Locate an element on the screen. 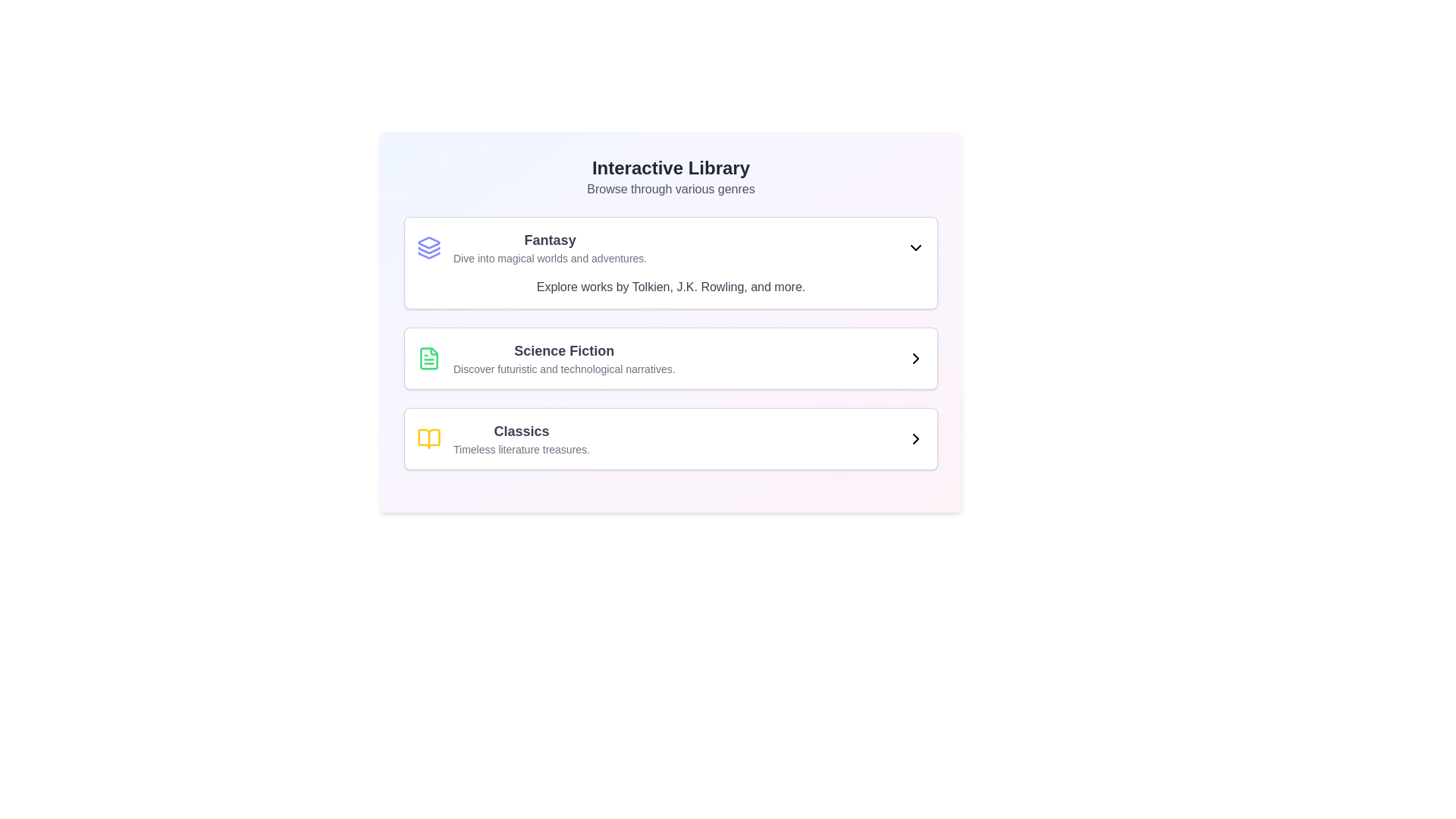  the content of the 'Fantasy' Category Card, which is the first card in the list, featuring the heading 'Fantasy' in bold and a description about magical worlds is located at coordinates (670, 262).